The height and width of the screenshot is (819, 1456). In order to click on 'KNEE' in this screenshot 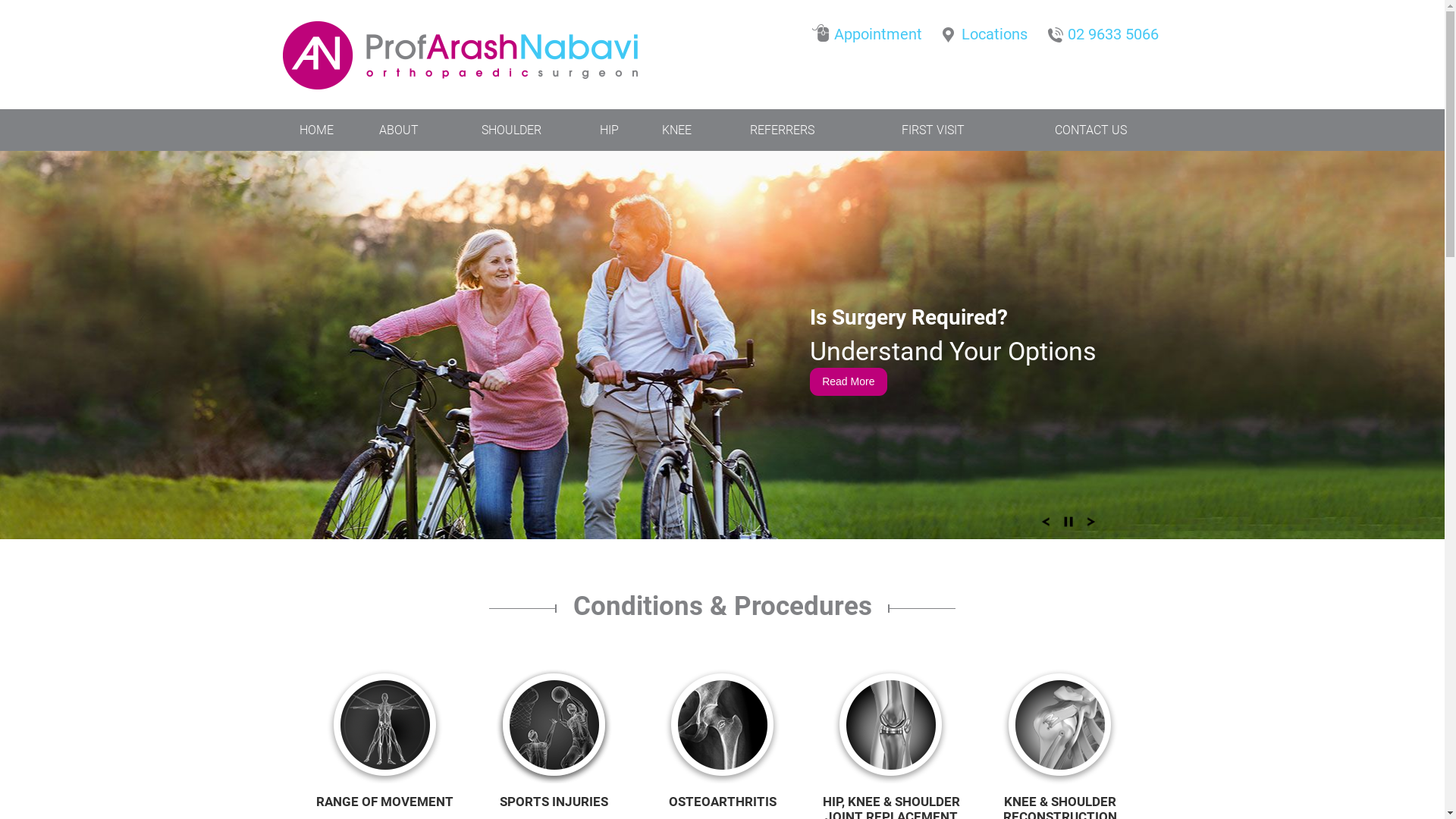, I will do `click(676, 129)`.